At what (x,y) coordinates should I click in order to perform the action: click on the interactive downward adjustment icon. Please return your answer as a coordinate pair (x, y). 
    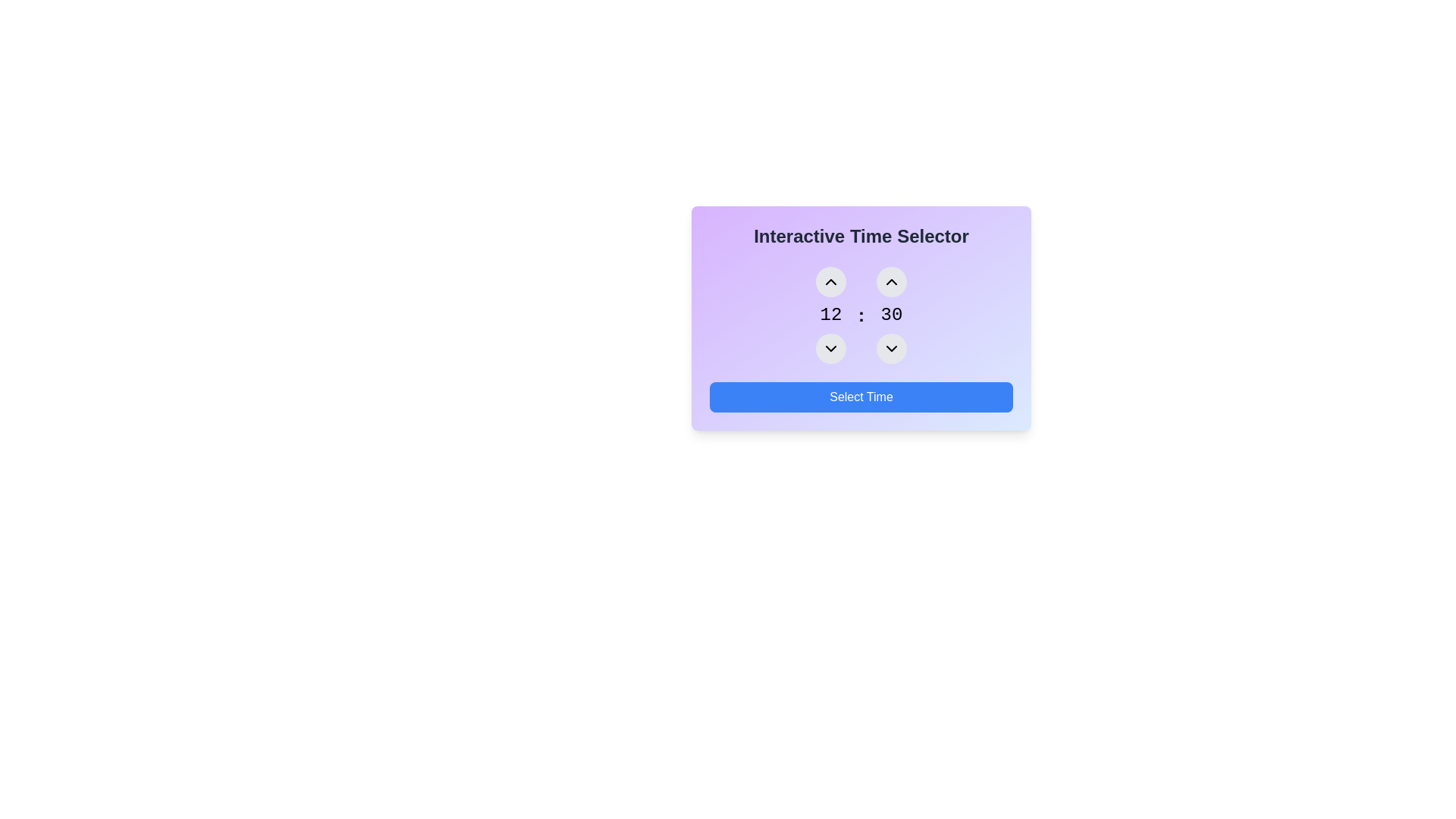
    Looking at the image, I should click on (892, 348).